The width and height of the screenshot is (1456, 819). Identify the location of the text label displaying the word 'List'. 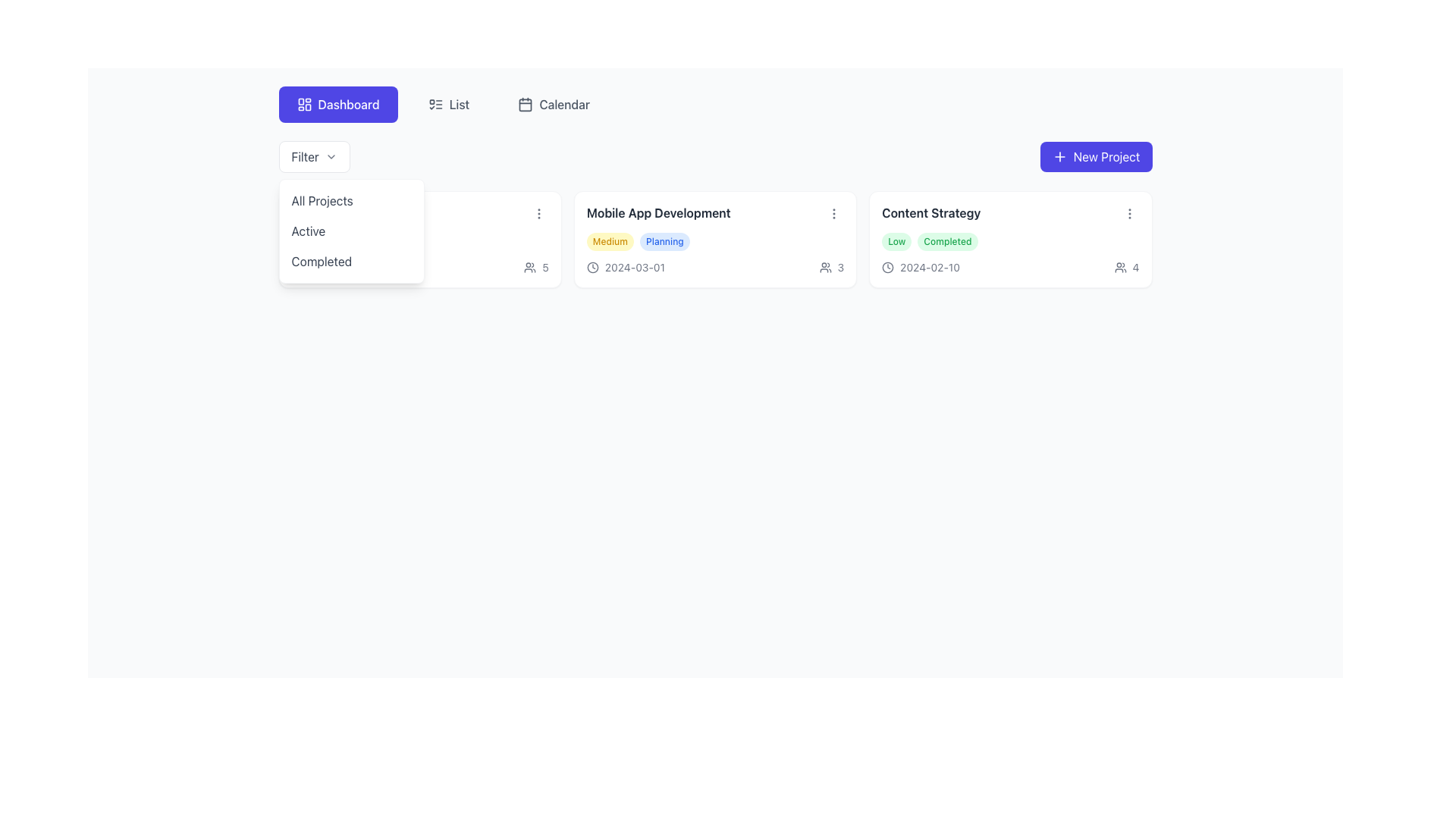
(458, 104).